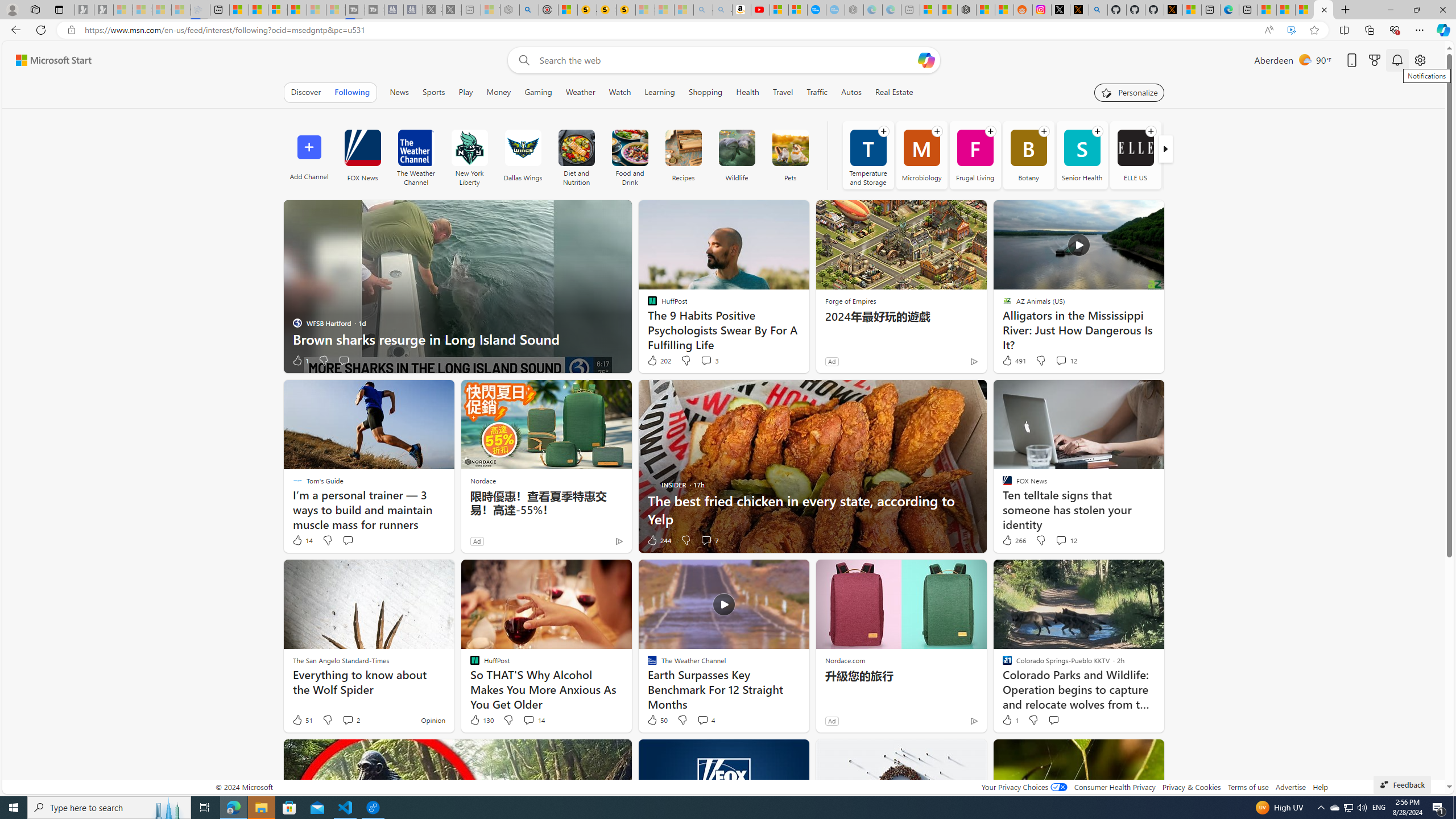 This screenshot has height=819, width=1456. Describe the element at coordinates (705, 359) in the screenshot. I see `'View comments 3 Comment'` at that location.